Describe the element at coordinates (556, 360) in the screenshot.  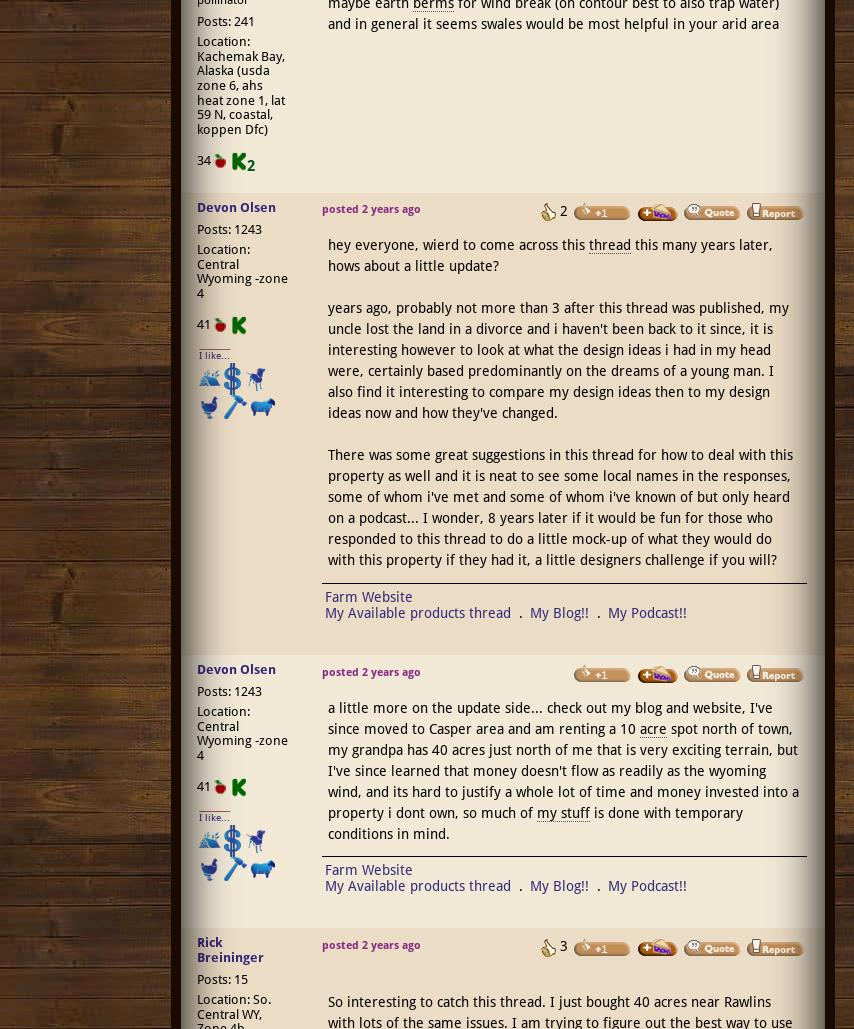
I see `'years ago, probably not more than 3 after this thread was published, my uncle lost the land in a divorce and i haven't been back to it since, it is interesting however to look at what the design ideas i had in my head were, certainly based predominantly on the dreams of a young man. I also find it interesting to compare my design ideas then to my design ideas now and how they've changed.'` at that location.